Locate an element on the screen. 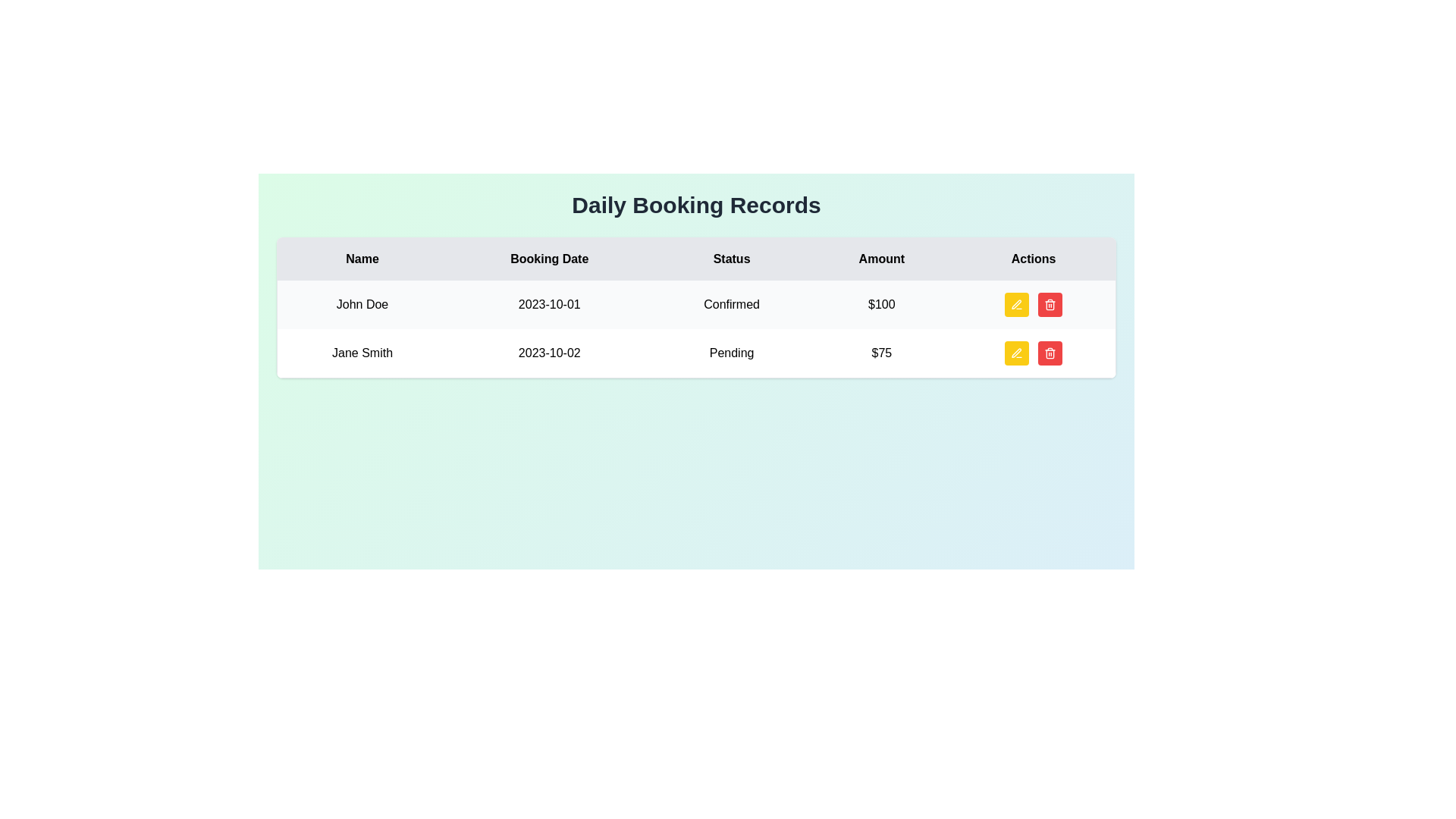 The width and height of the screenshot is (1456, 819). the 'Pending' text label in the 'Status' column of the 'Daily Booking Records' table, which is located in the second row, between '2023-10-02' and '$75' is located at coordinates (732, 353).